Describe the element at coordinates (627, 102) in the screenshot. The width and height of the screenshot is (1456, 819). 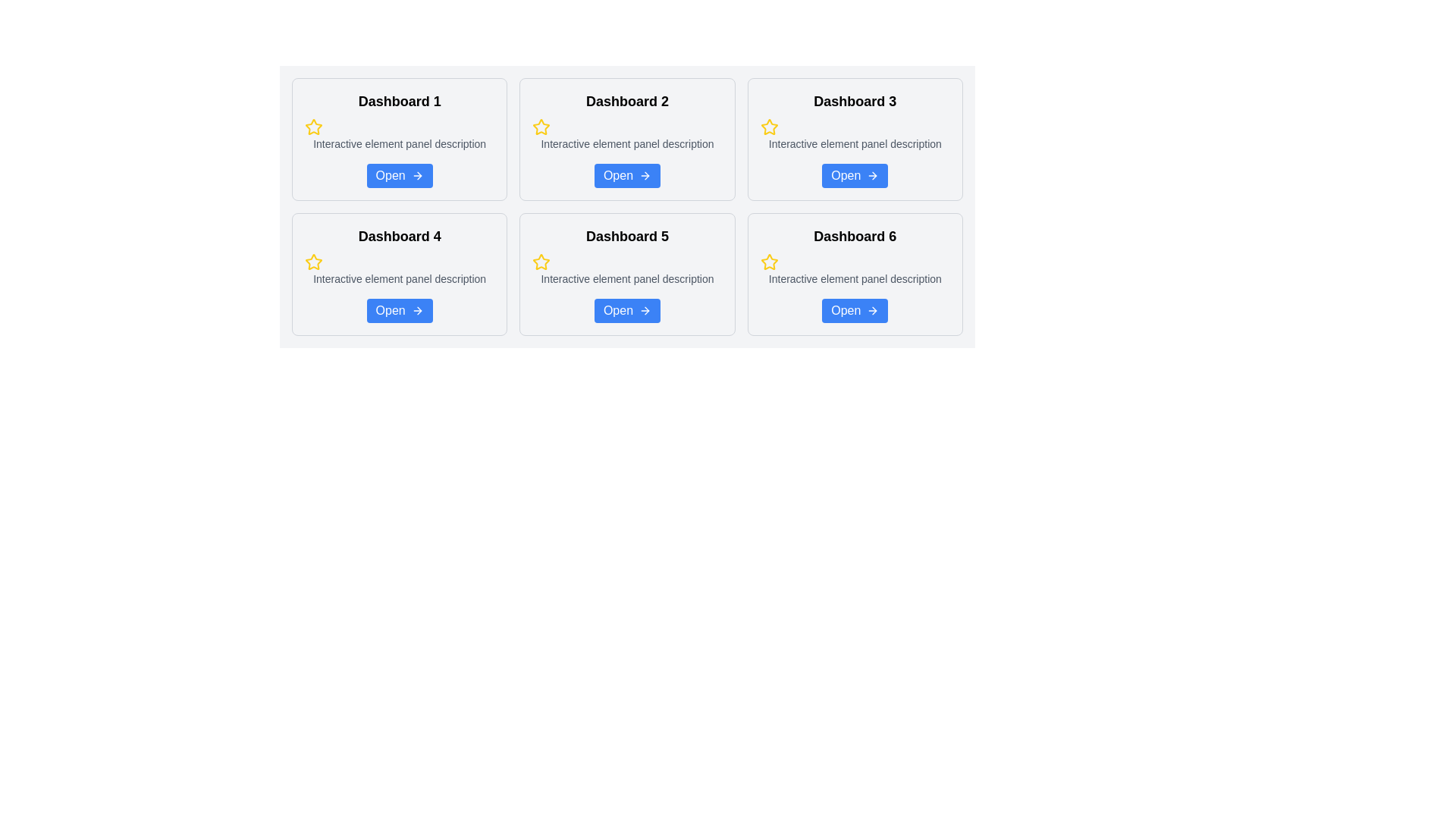
I see `the text label that serves as the main header for the 'Dashboard 2' panel` at that location.